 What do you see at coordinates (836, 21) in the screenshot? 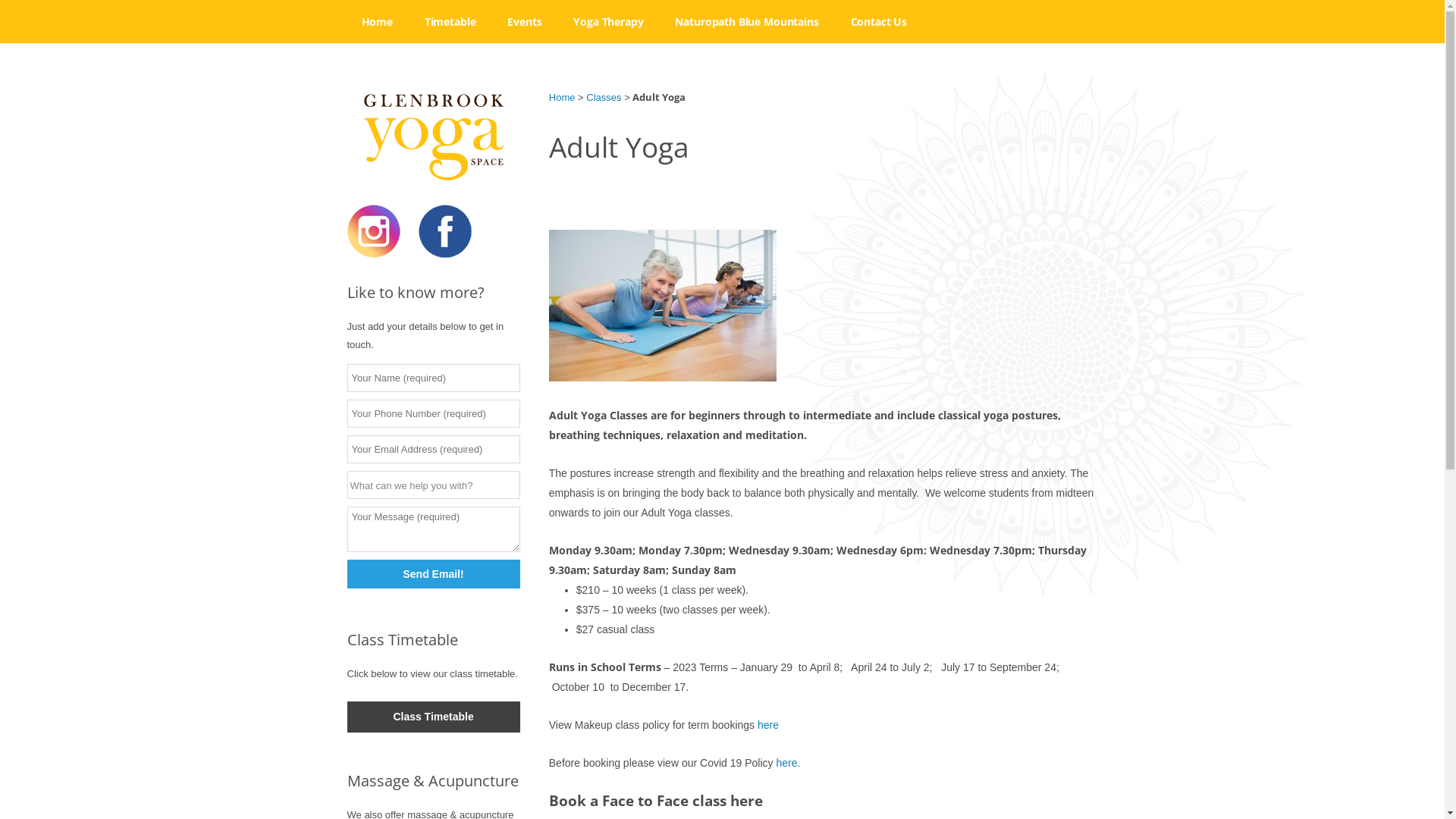
I see `'Contact Us'` at bounding box center [836, 21].